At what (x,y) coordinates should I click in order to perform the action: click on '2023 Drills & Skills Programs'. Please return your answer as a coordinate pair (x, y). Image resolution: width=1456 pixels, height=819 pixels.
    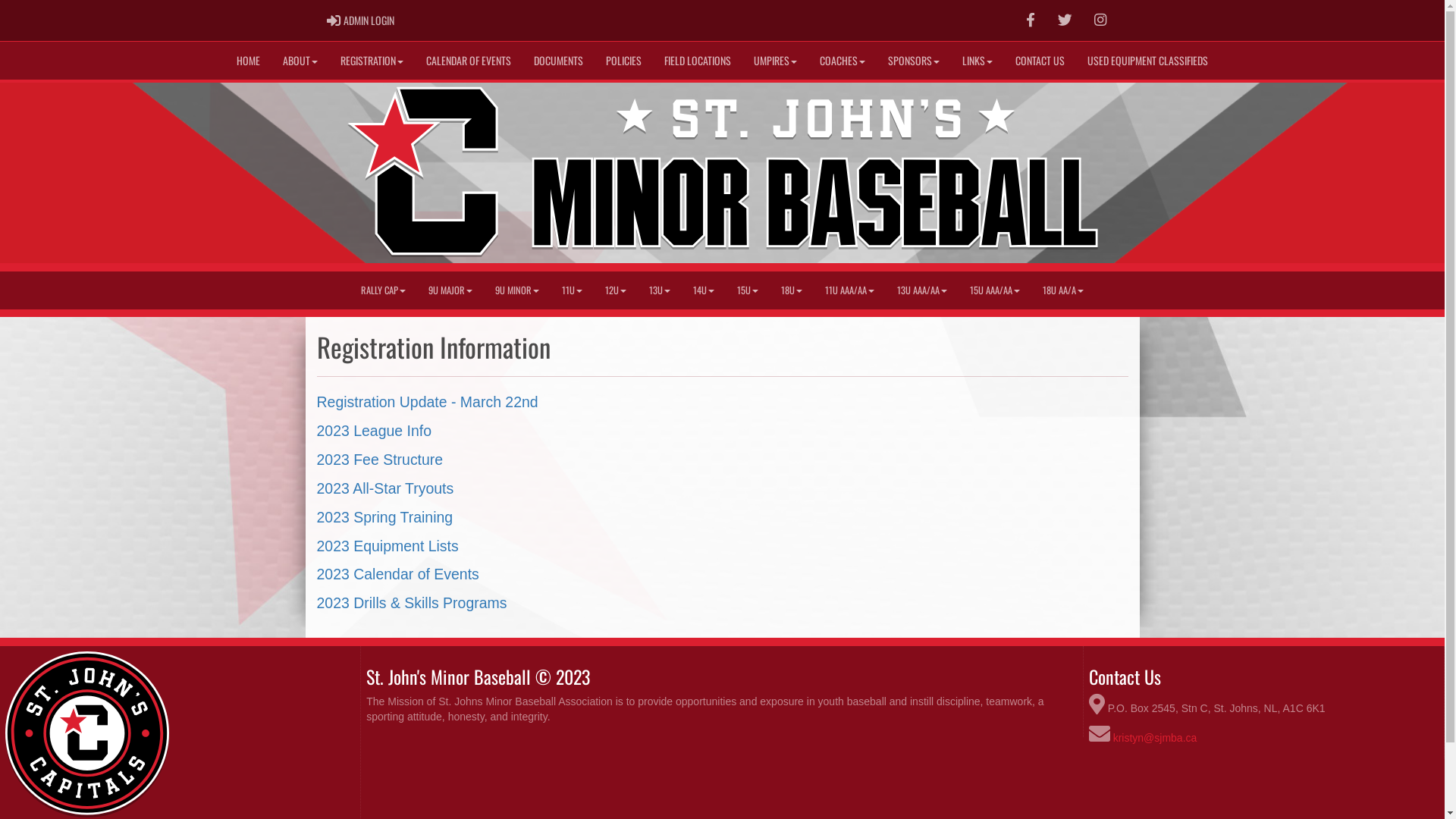
    Looking at the image, I should click on (412, 601).